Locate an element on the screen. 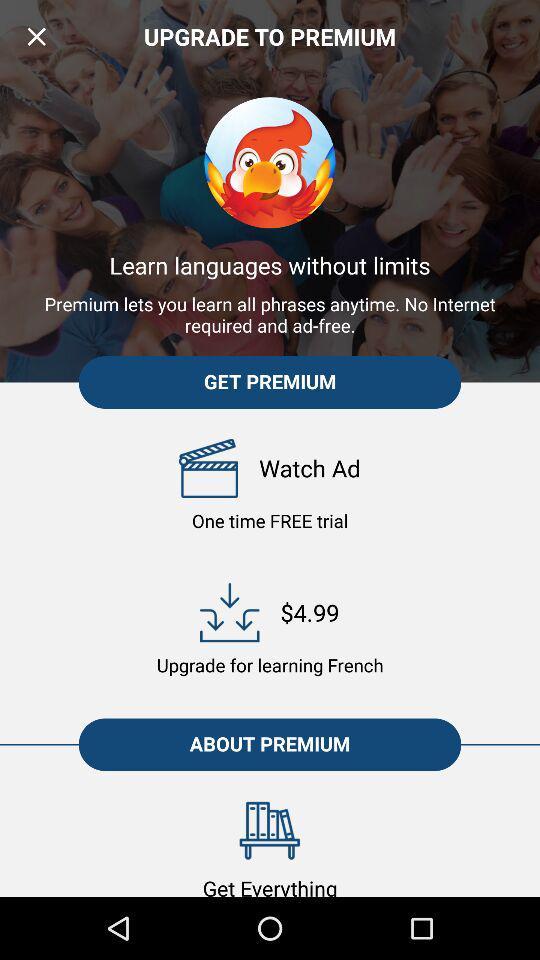  item above the learn languages without icon is located at coordinates (36, 35).